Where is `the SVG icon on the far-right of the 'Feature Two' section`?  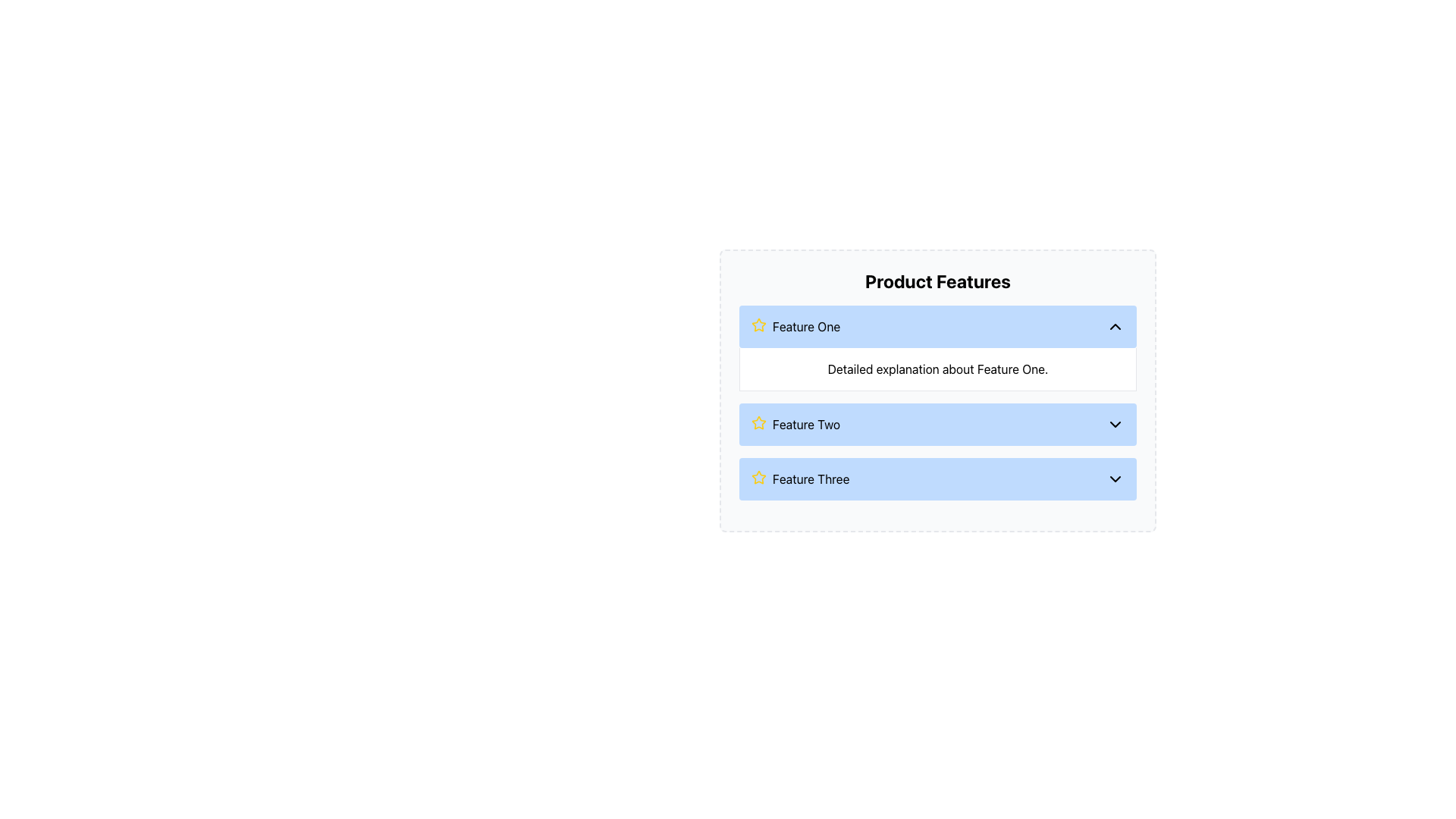
the SVG icon on the far-right of the 'Feature Two' section is located at coordinates (1115, 424).